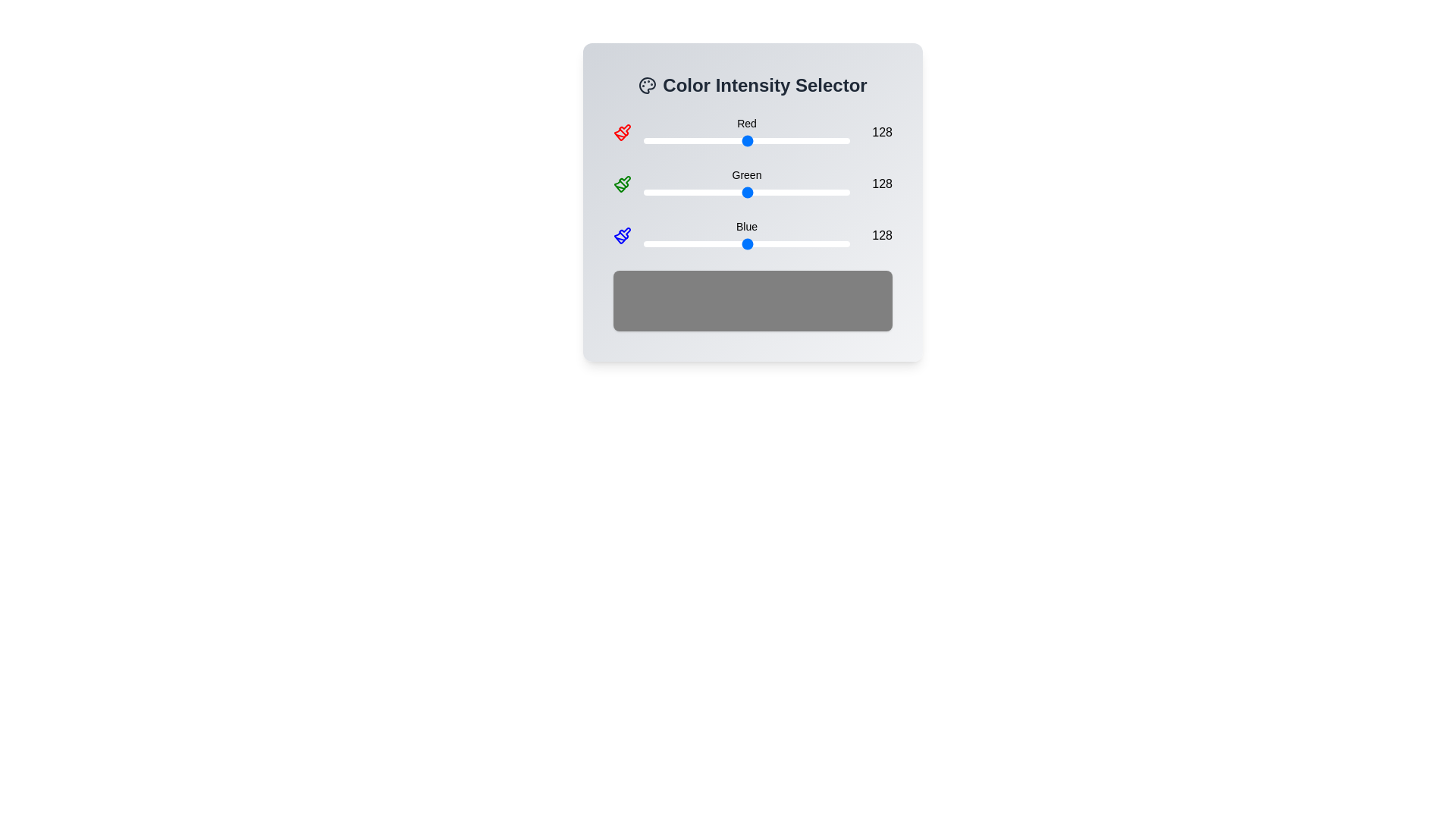 This screenshot has height=819, width=1456. Describe the element at coordinates (746, 140) in the screenshot. I see `the range slider element located under the 'Red' label for keyboard adjustments` at that location.